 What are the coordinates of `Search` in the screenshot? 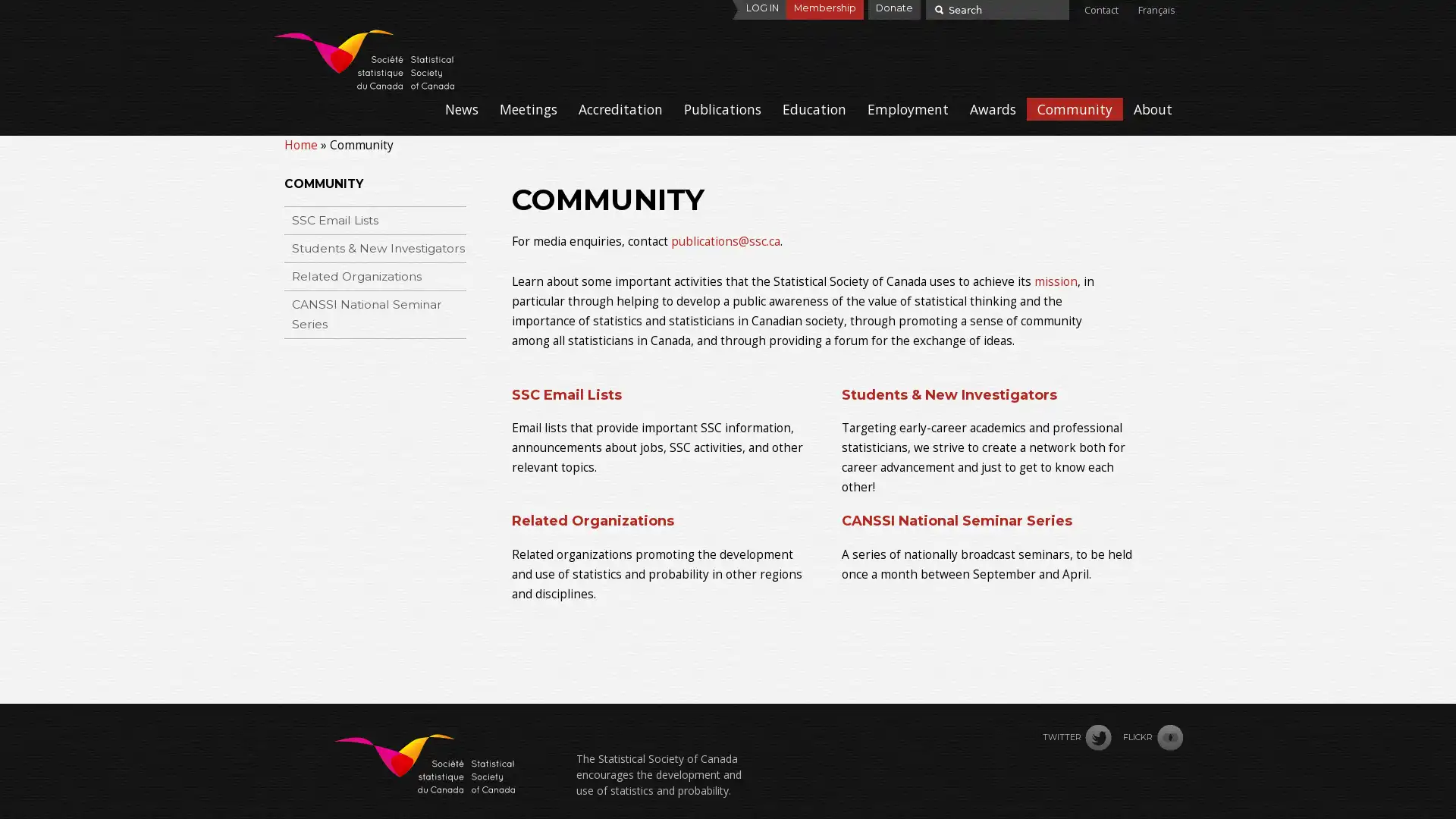 It's located at (937, 8).